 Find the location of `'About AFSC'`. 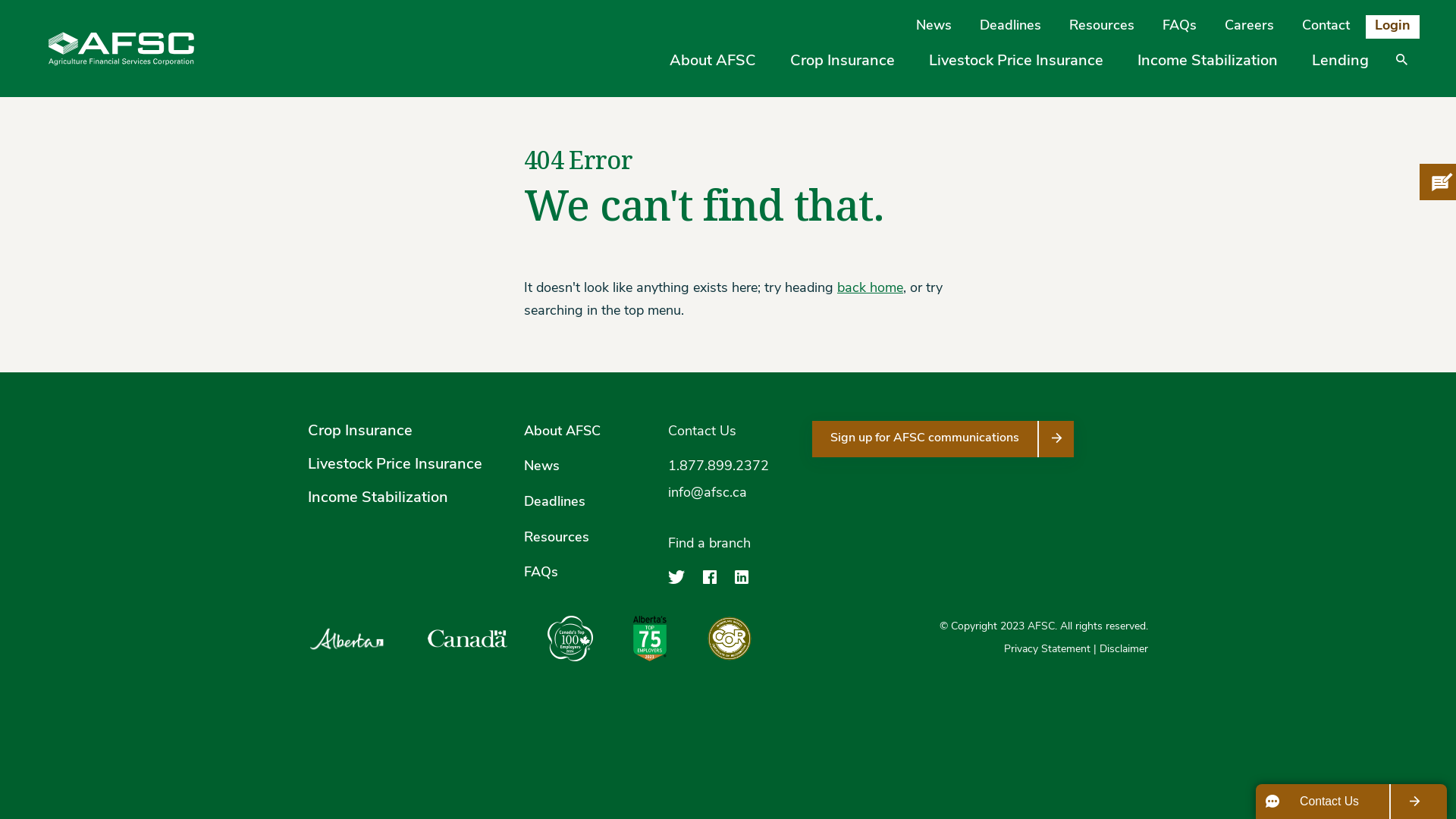

'About AFSC' is located at coordinates (712, 61).